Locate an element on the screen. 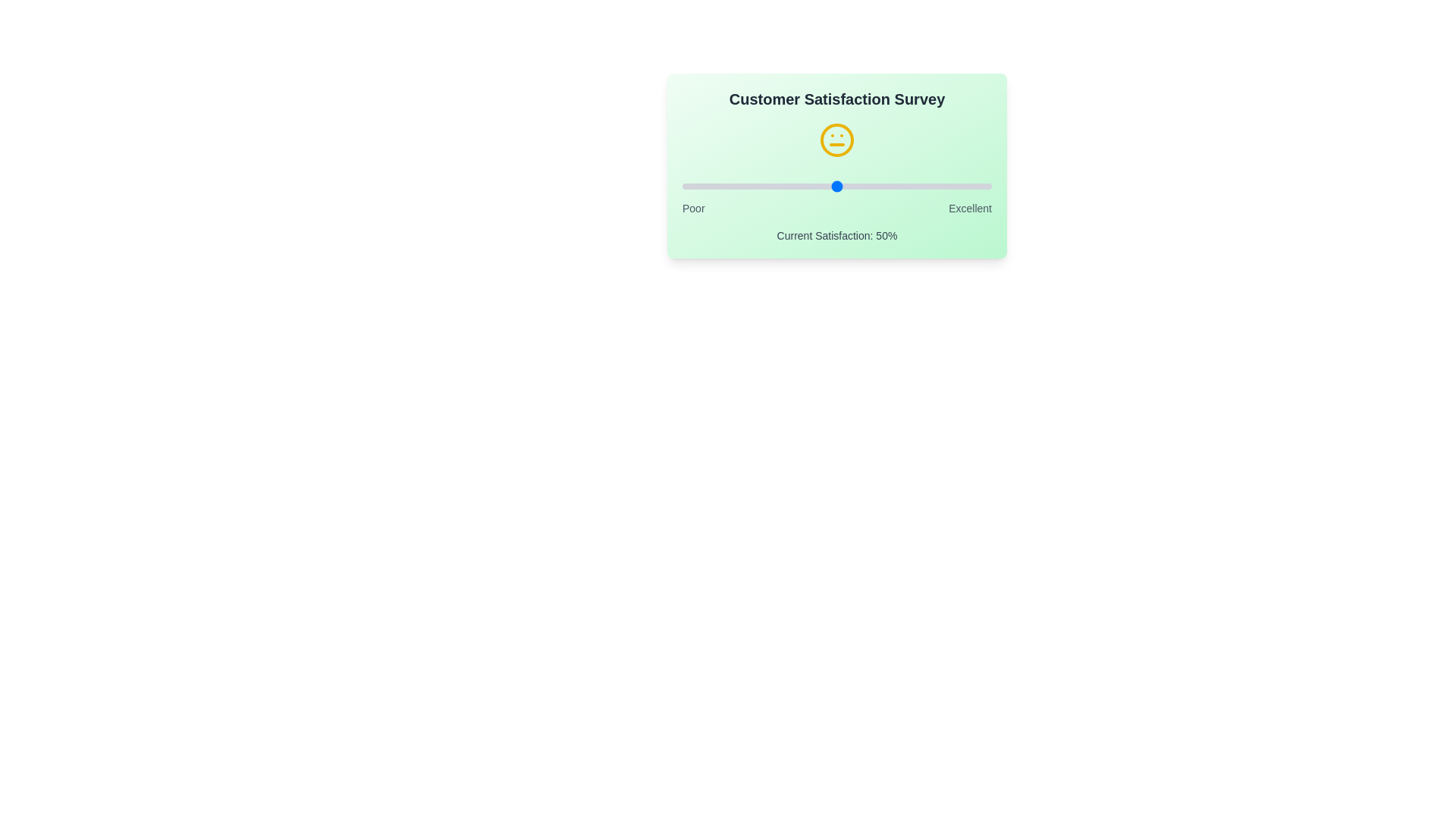  the satisfaction slider to 96% is located at coordinates (979, 186).